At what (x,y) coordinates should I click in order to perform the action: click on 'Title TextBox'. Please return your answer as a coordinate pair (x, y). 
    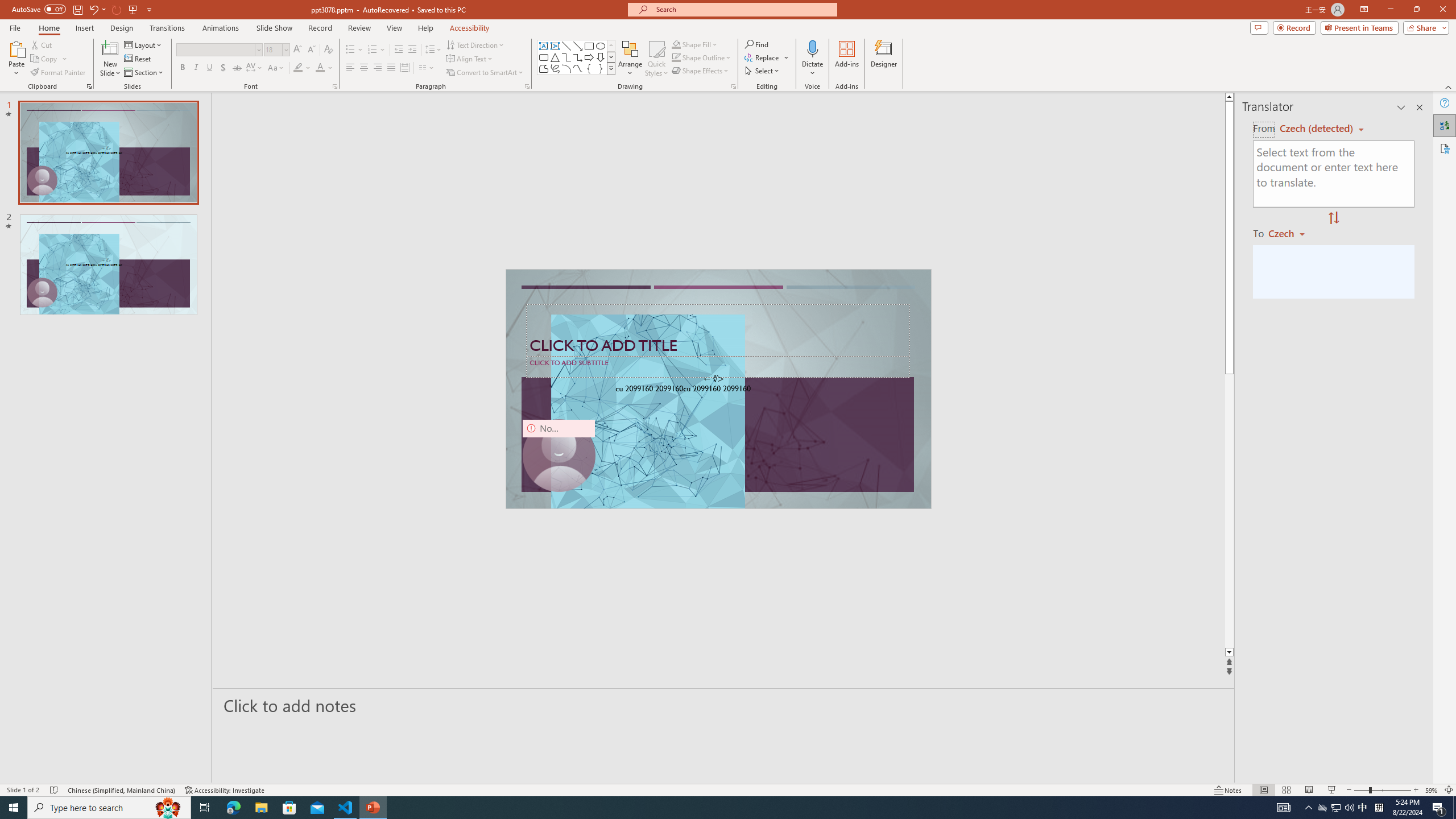
    Looking at the image, I should click on (717, 330).